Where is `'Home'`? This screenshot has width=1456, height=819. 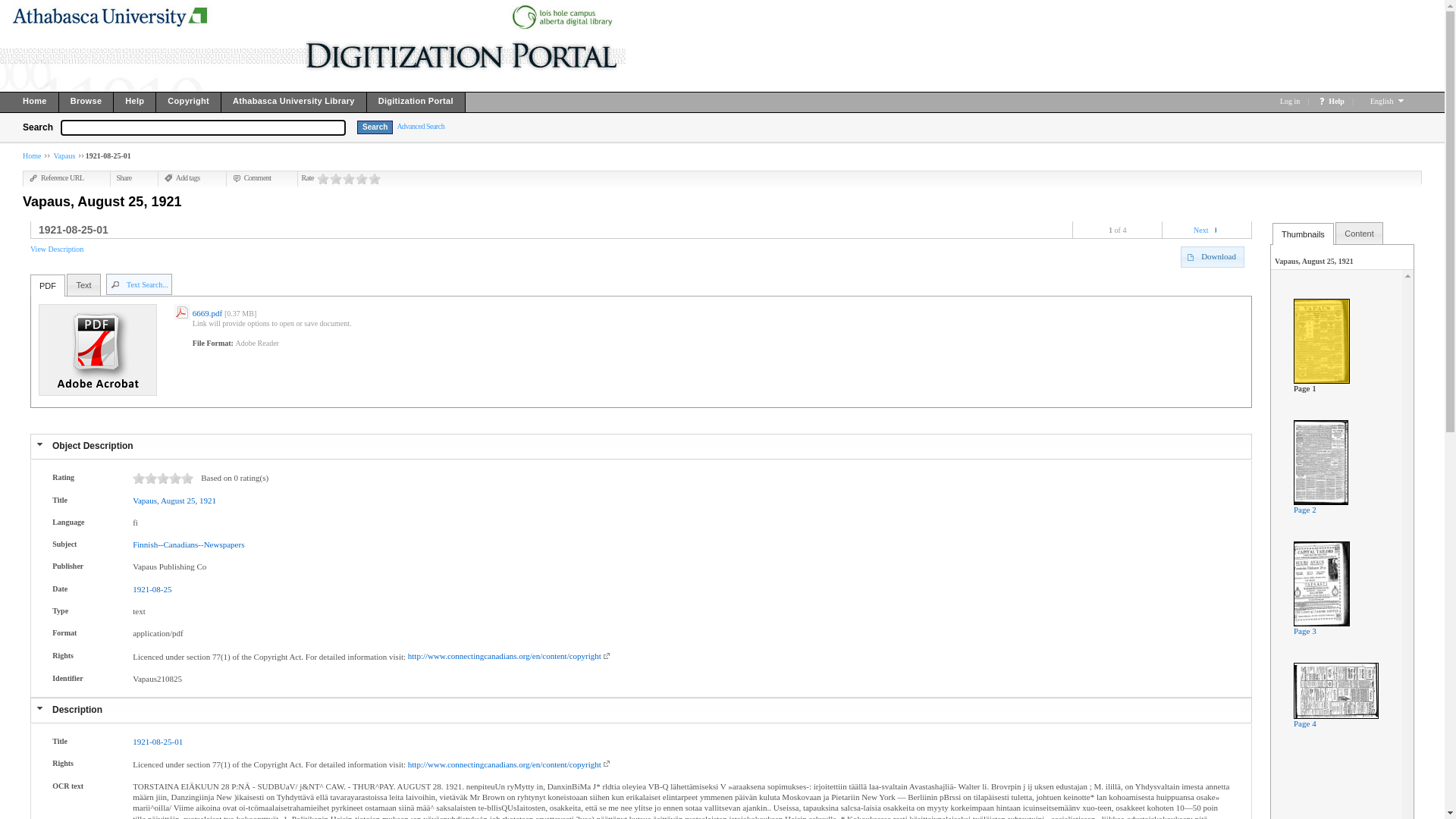
'Home' is located at coordinates (32, 155).